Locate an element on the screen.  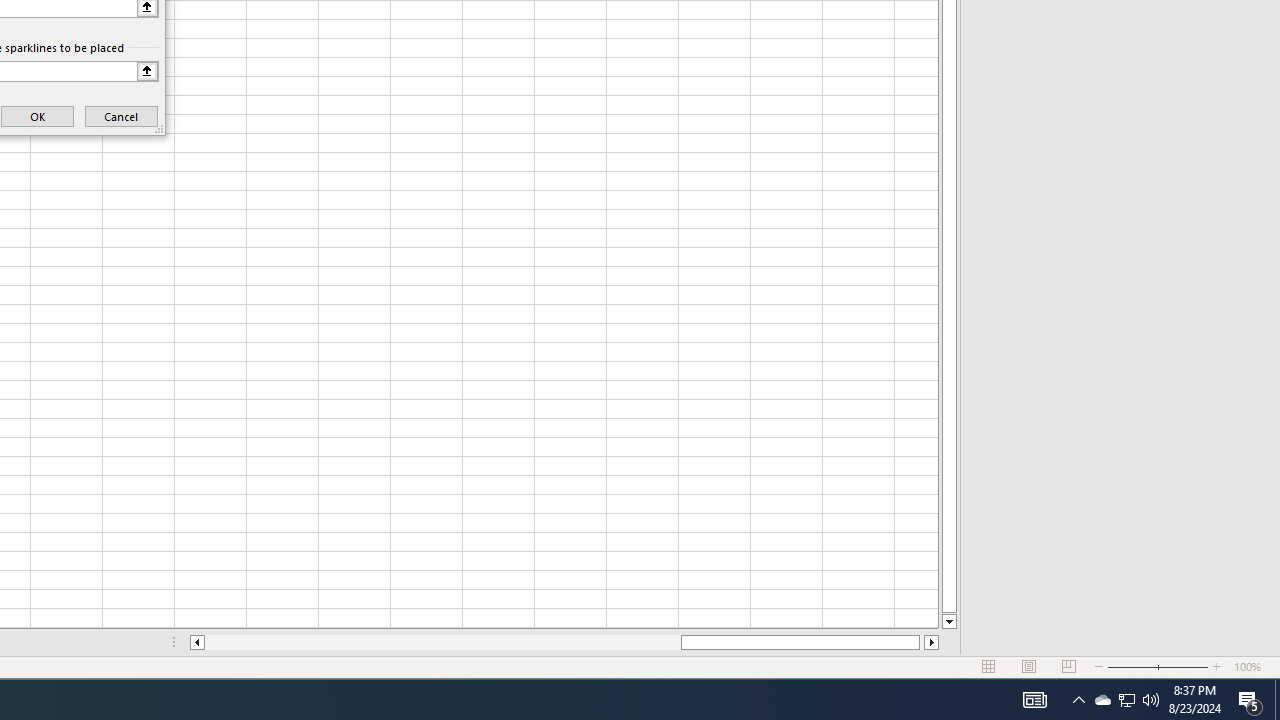
'Zoom In' is located at coordinates (1216, 667).